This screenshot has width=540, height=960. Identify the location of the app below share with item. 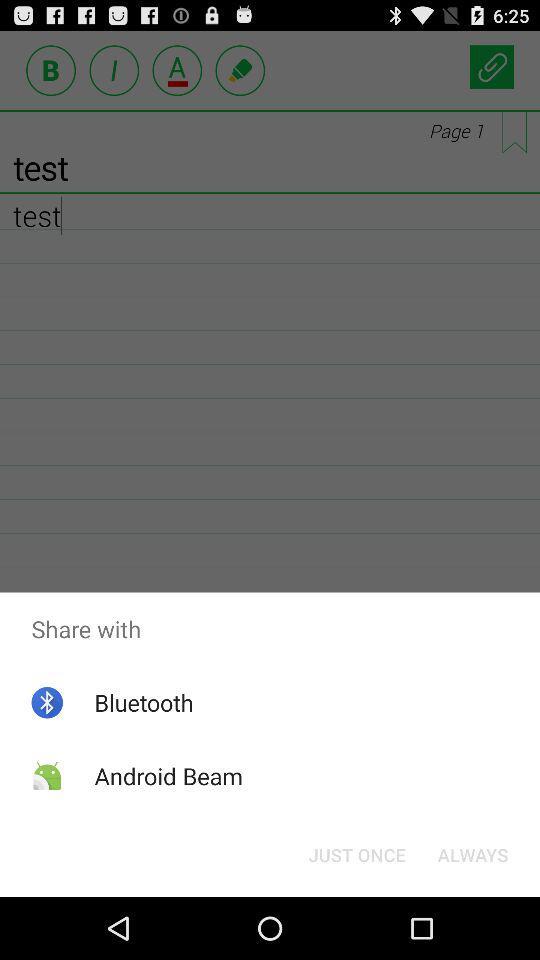
(472, 853).